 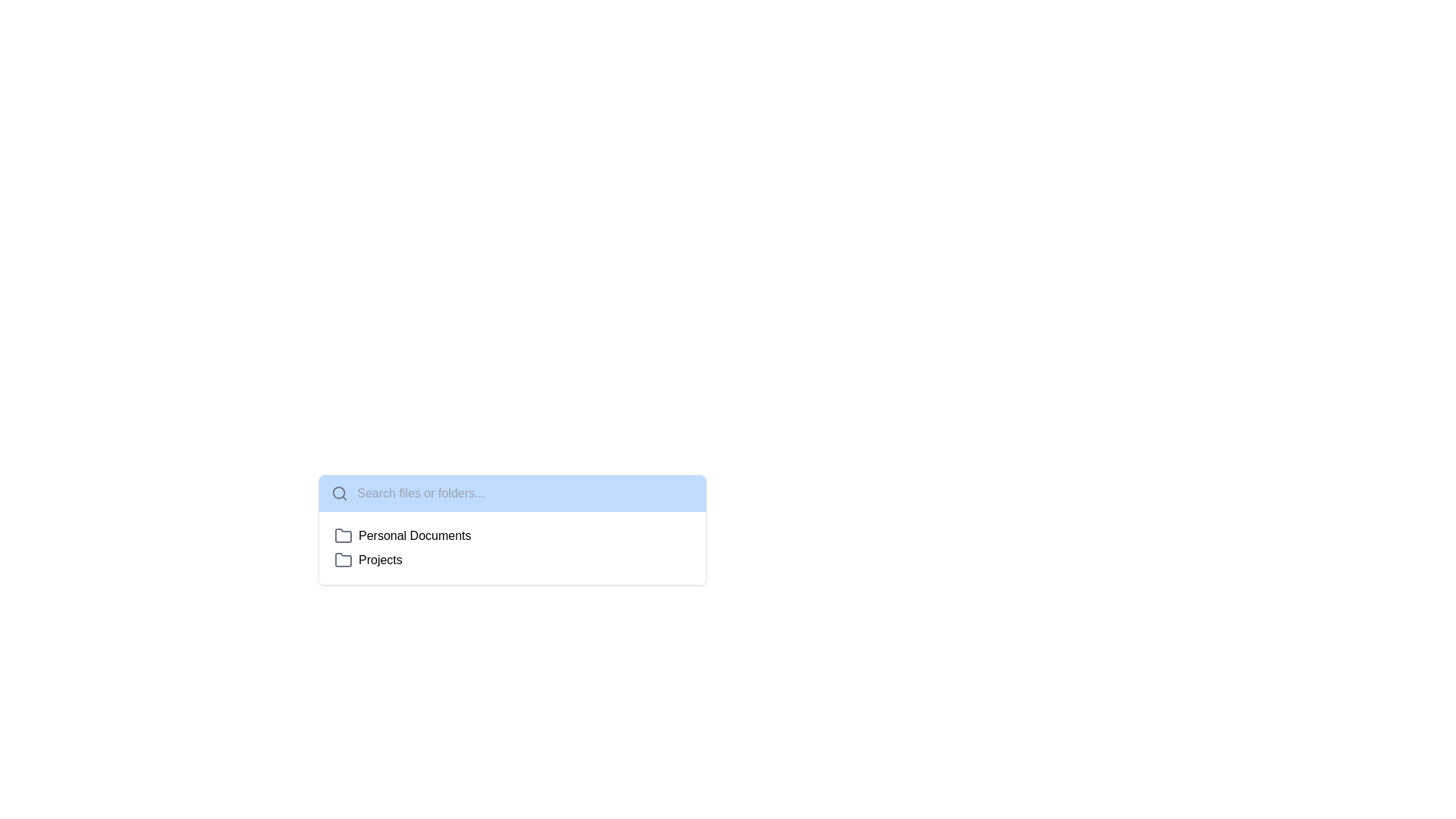 I want to click on the folder icon with a gray outline and rounded corners, located to the left of the 'Personal Documents' label, so click(x=342, y=535).